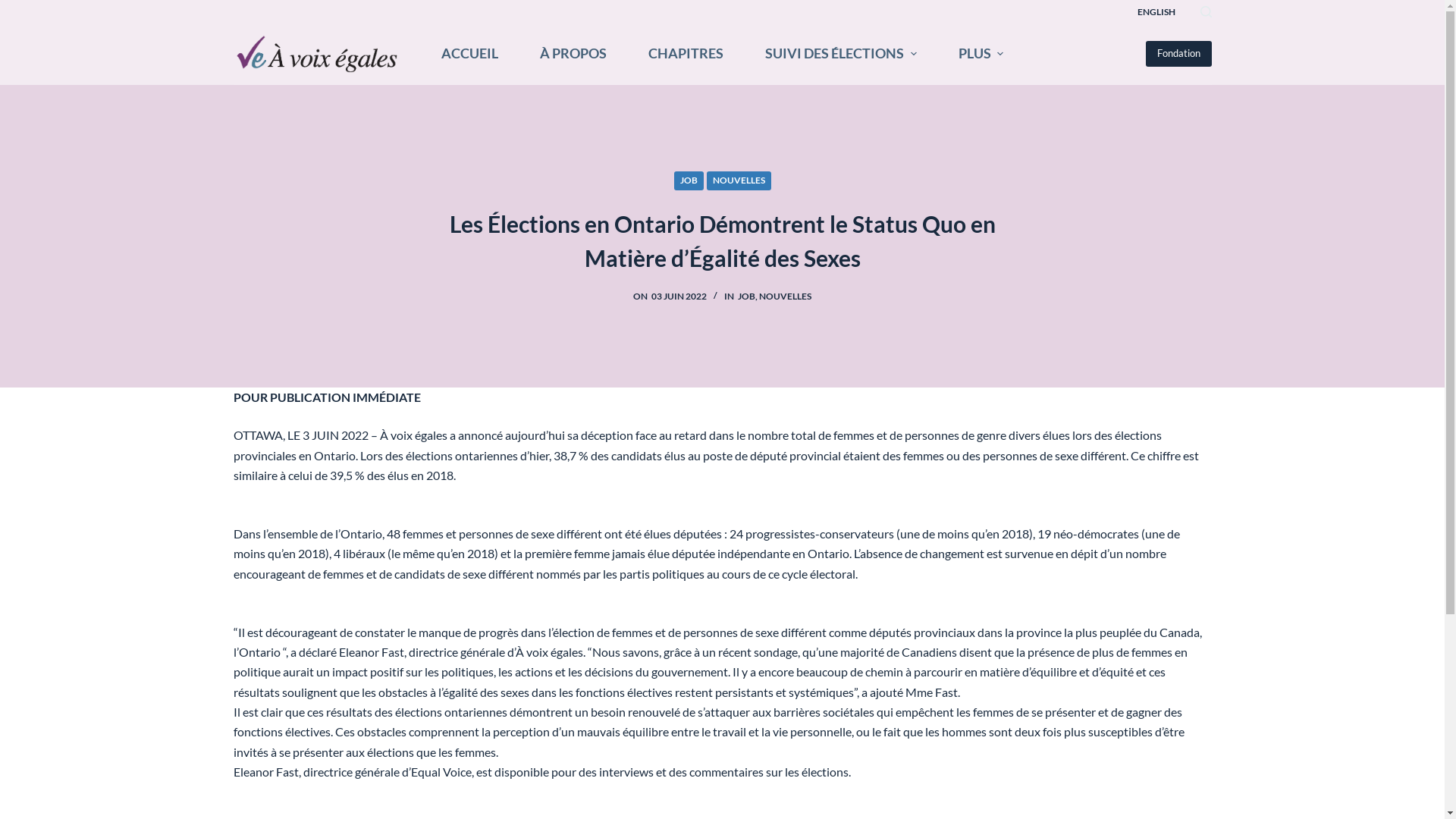 The height and width of the screenshot is (819, 1456). Describe the element at coordinates (684, 52) in the screenshot. I see `'CHAPITRES'` at that location.